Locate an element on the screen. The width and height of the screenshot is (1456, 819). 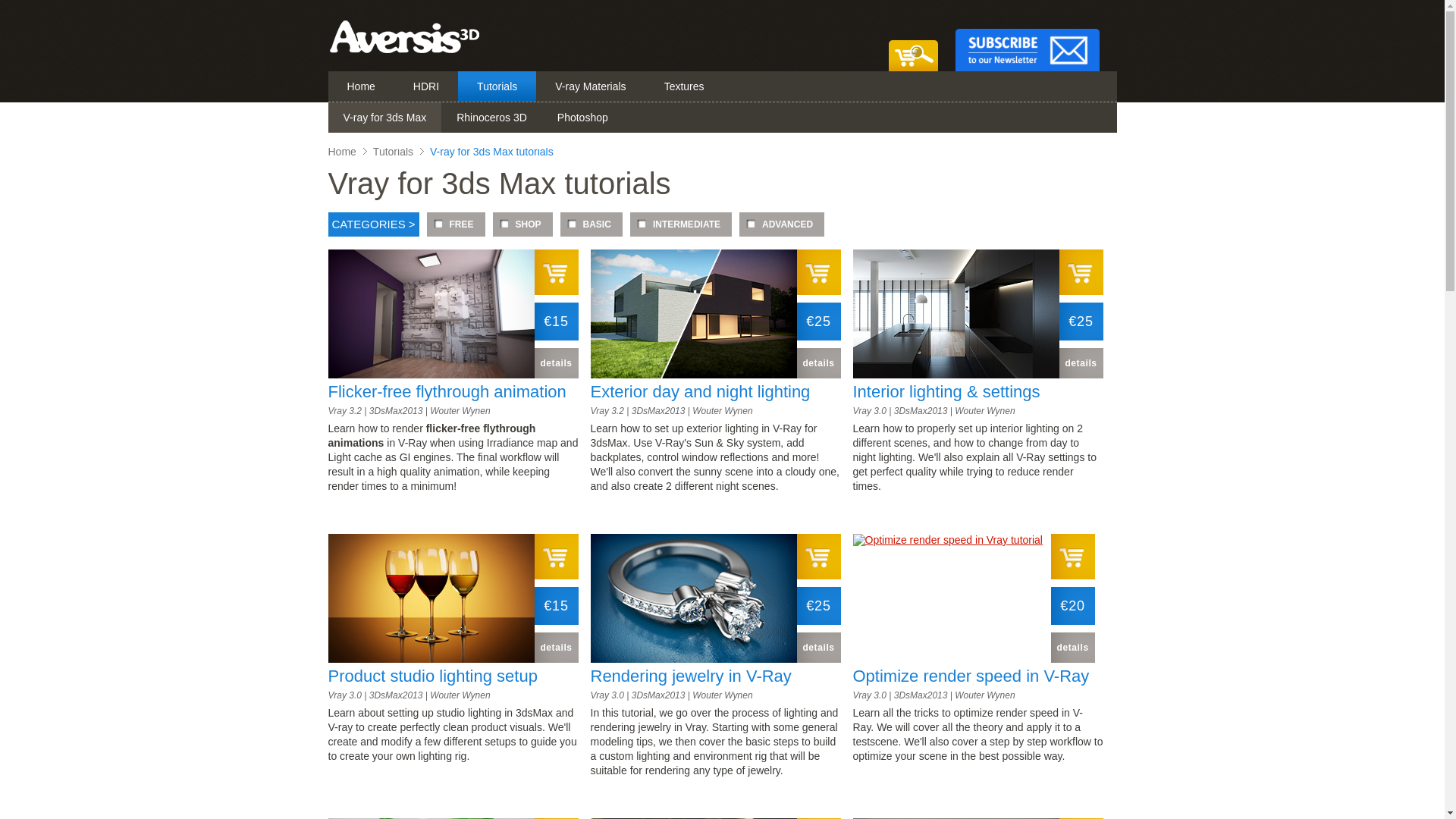
'Photoshop' is located at coordinates (542, 116).